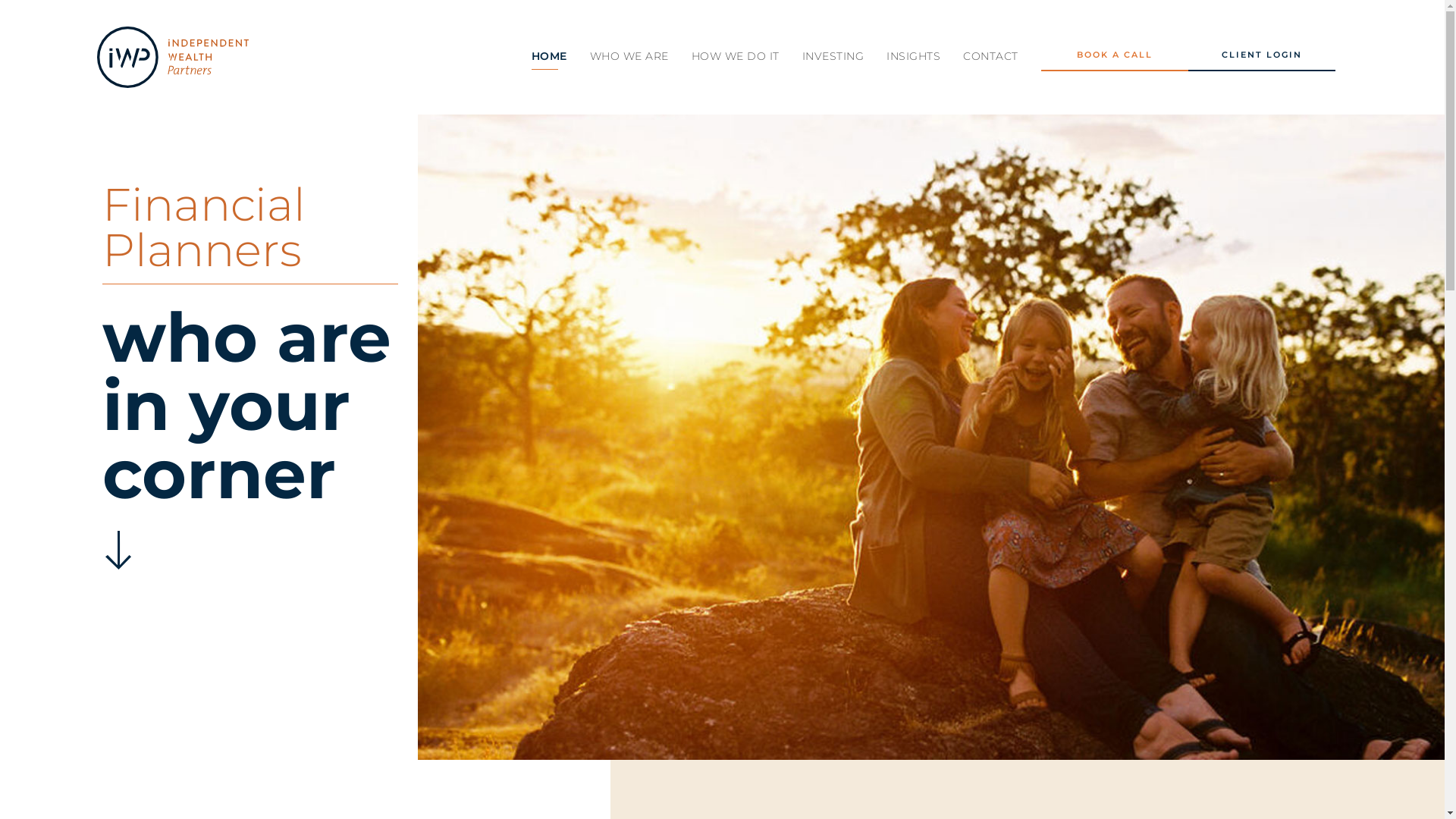 The height and width of the screenshot is (819, 1456). Describe the element at coordinates (990, 55) in the screenshot. I see `'CONTACT'` at that location.